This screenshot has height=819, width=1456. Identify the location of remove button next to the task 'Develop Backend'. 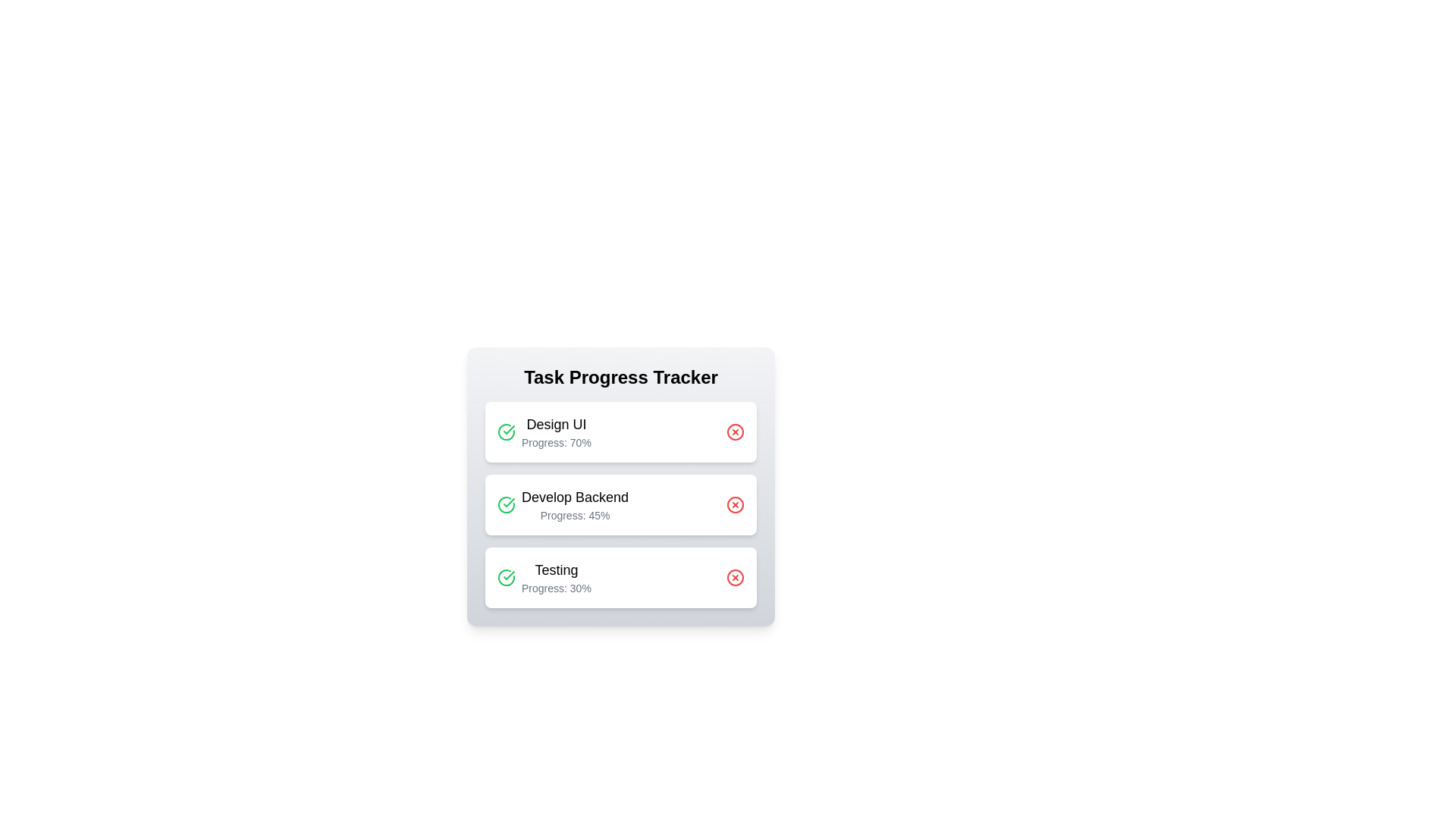
(735, 505).